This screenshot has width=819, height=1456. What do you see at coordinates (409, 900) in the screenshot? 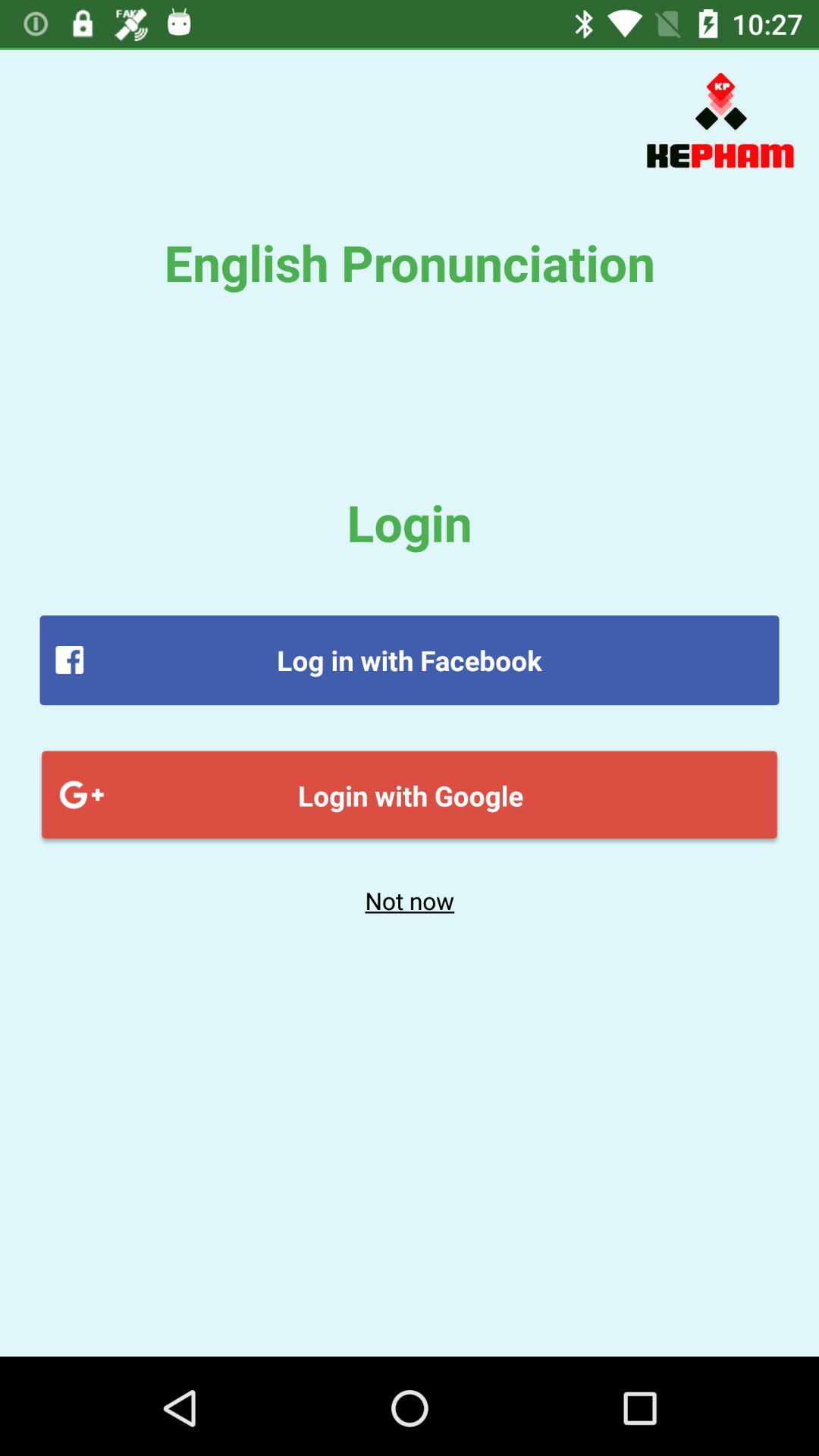
I see `the item below the login with google item` at bounding box center [409, 900].